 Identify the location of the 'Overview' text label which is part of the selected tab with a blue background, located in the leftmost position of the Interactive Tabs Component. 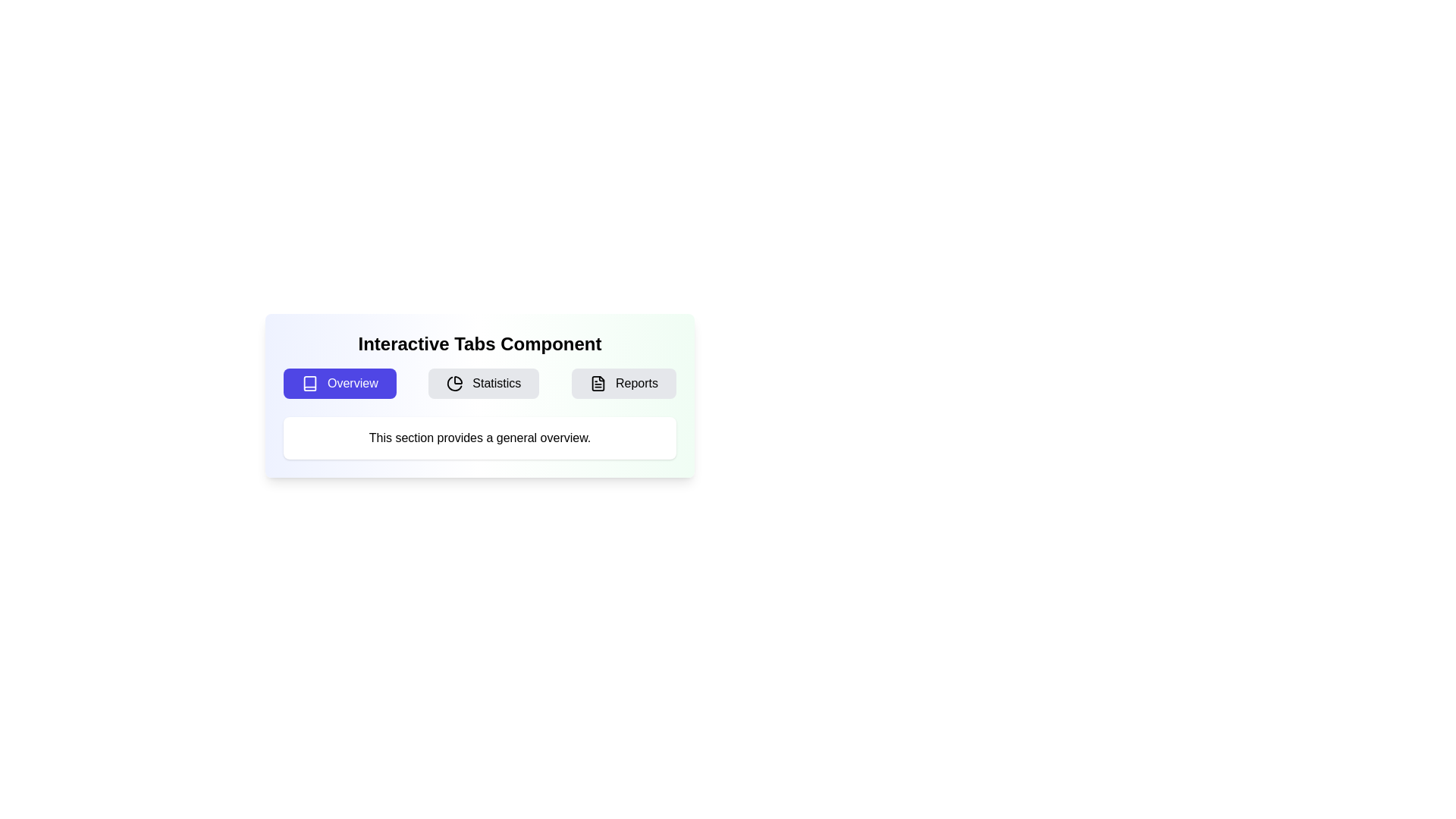
(352, 382).